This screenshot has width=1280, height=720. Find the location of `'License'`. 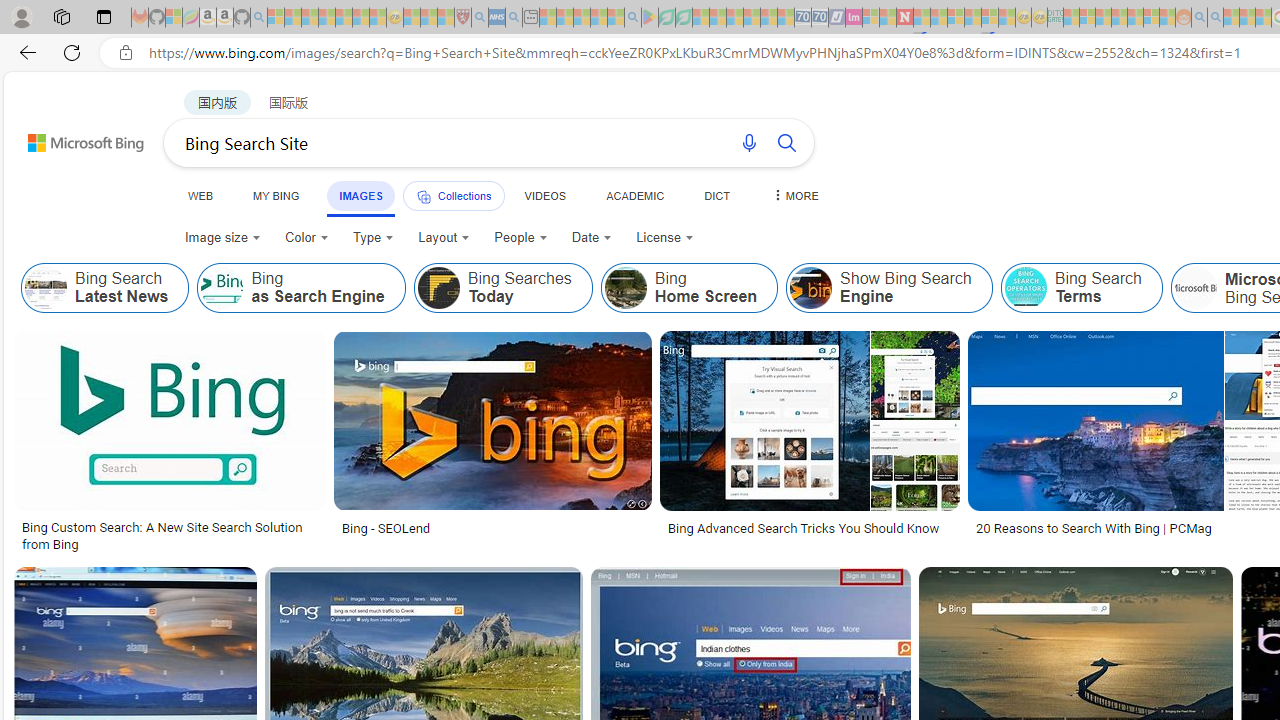

'License' is located at coordinates (664, 236).